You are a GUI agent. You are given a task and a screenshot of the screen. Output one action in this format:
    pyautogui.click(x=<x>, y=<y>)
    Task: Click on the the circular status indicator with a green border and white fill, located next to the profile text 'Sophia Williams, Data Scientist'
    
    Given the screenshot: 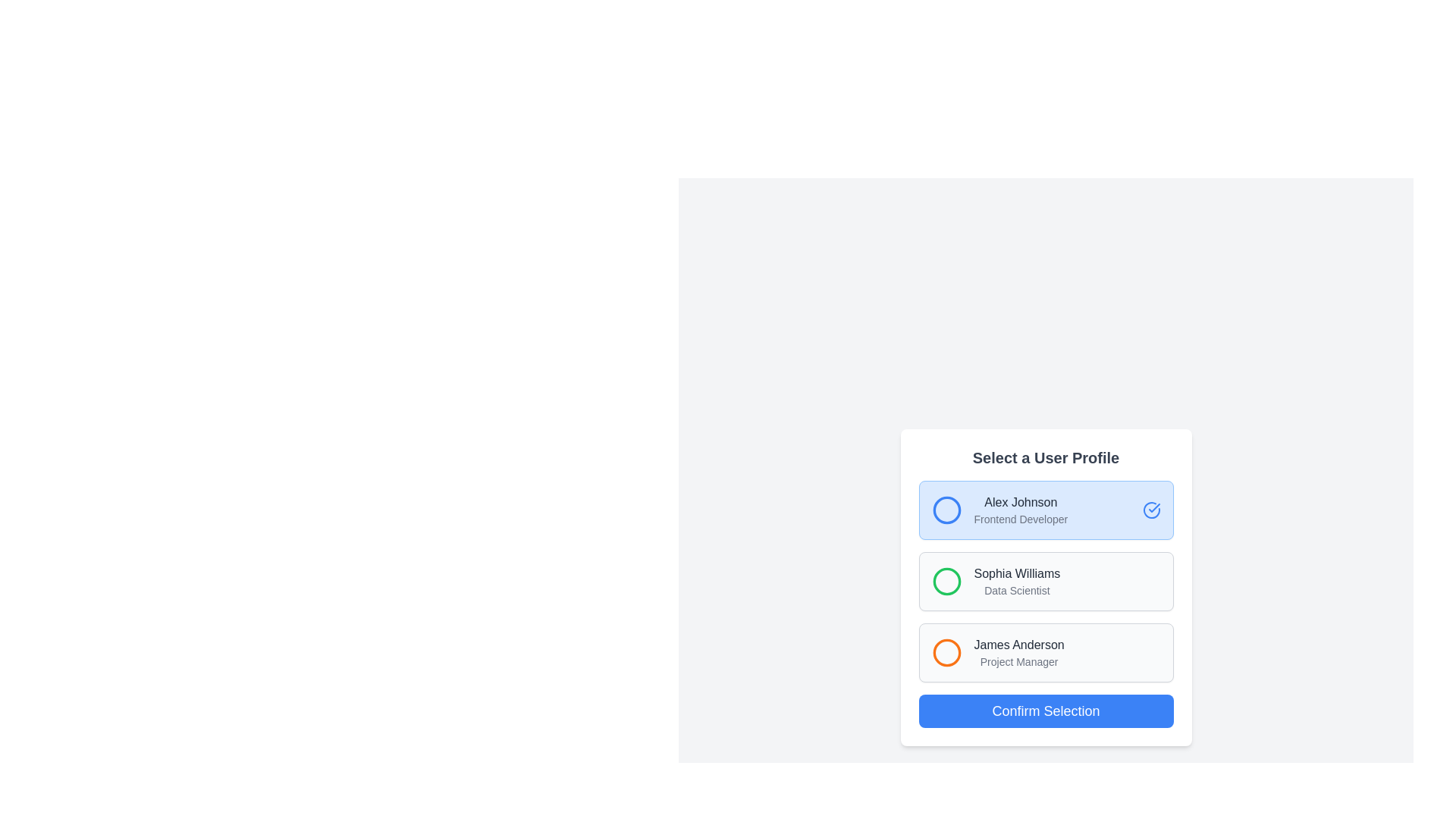 What is the action you would take?
    pyautogui.click(x=946, y=581)
    